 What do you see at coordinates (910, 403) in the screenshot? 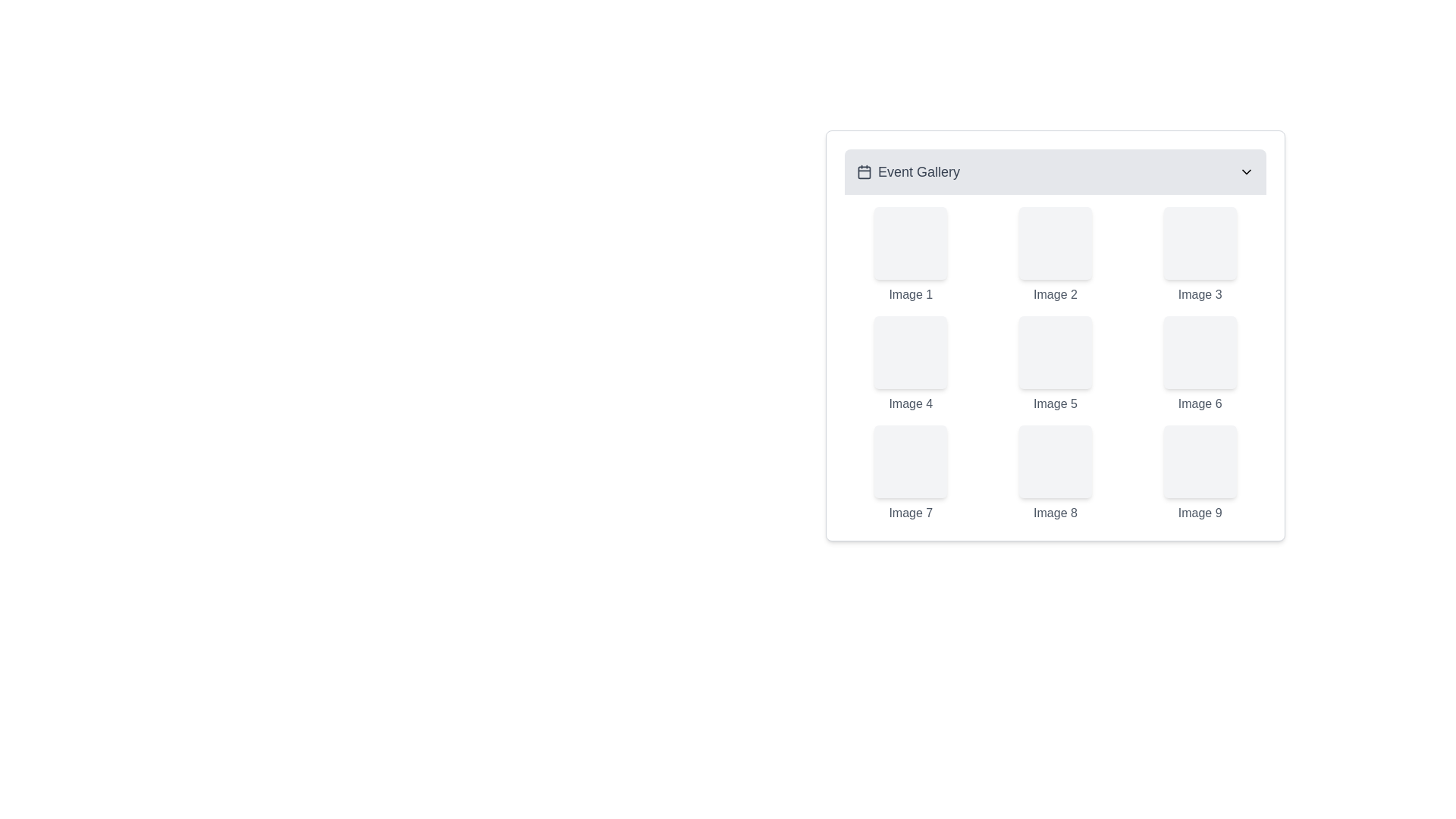
I see `the text label displaying 'Image 4', which is located in the middle column of the grid layout under the 'Event Gallery' section, directly below the associated image placeholder` at bounding box center [910, 403].